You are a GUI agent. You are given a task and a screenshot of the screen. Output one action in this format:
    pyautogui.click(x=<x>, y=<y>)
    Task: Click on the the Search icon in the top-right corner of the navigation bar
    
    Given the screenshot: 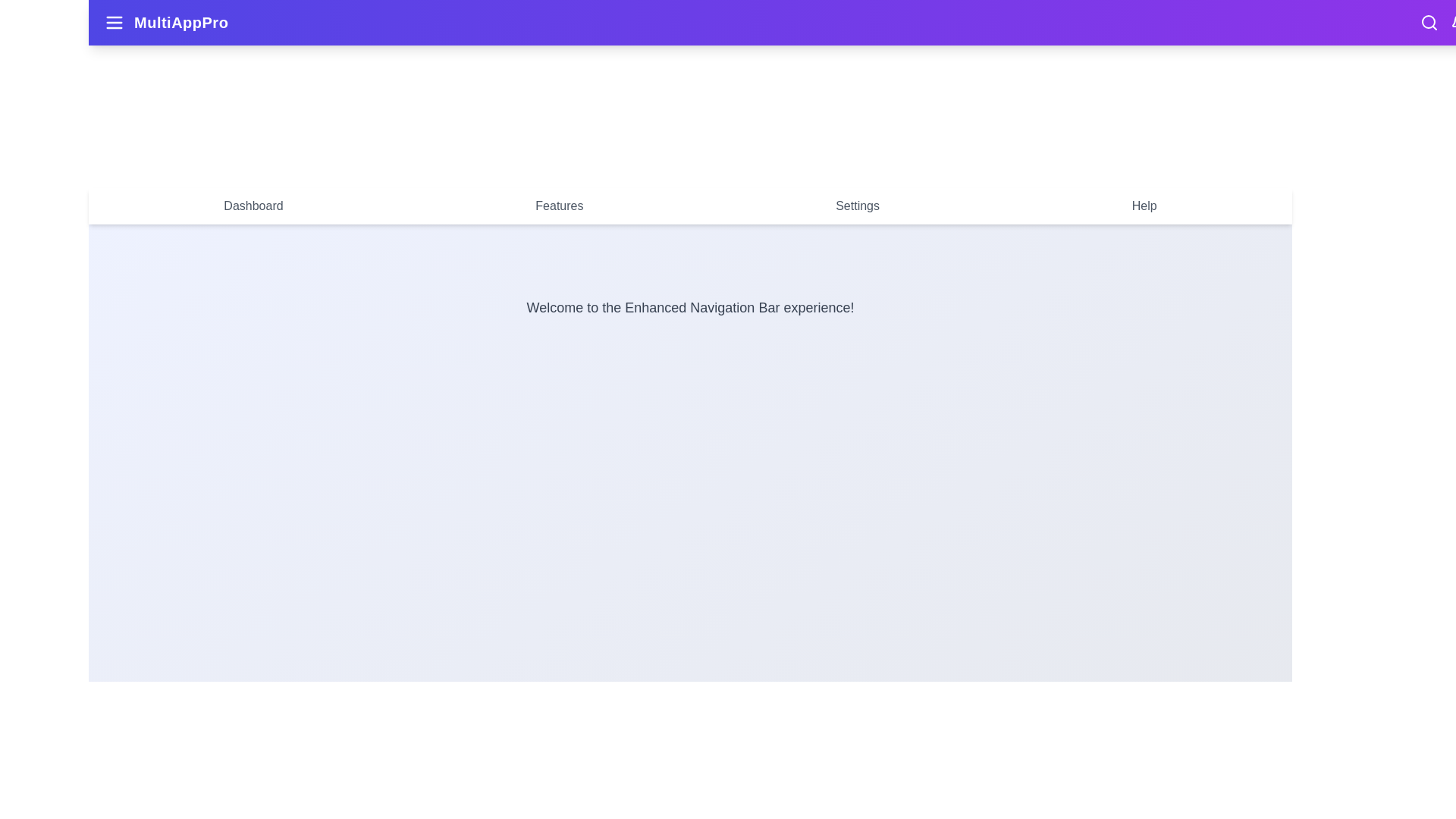 What is the action you would take?
    pyautogui.click(x=1429, y=23)
    